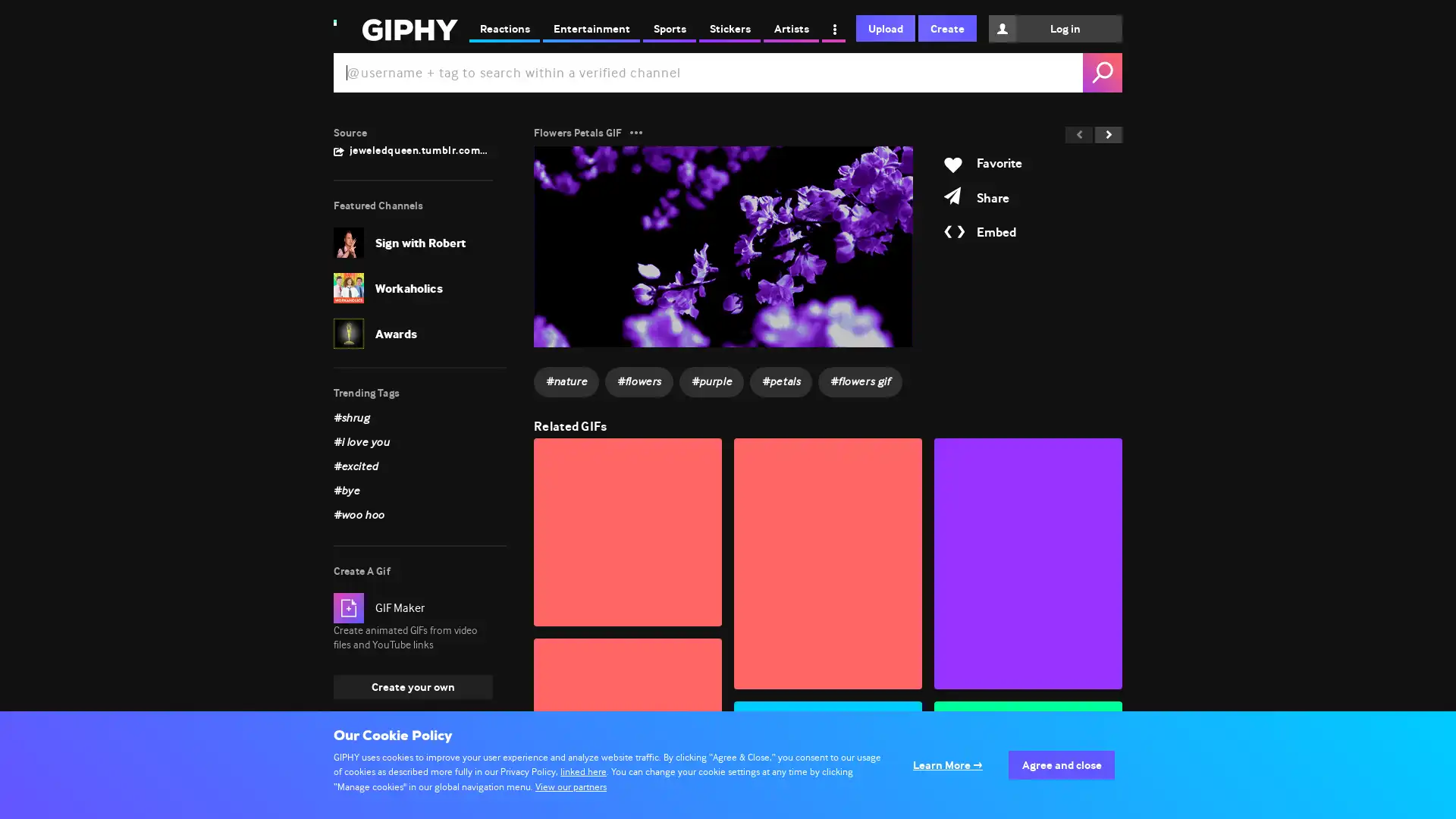 The width and height of the screenshot is (1456, 819). I want to click on View our partners, so click(570, 785).